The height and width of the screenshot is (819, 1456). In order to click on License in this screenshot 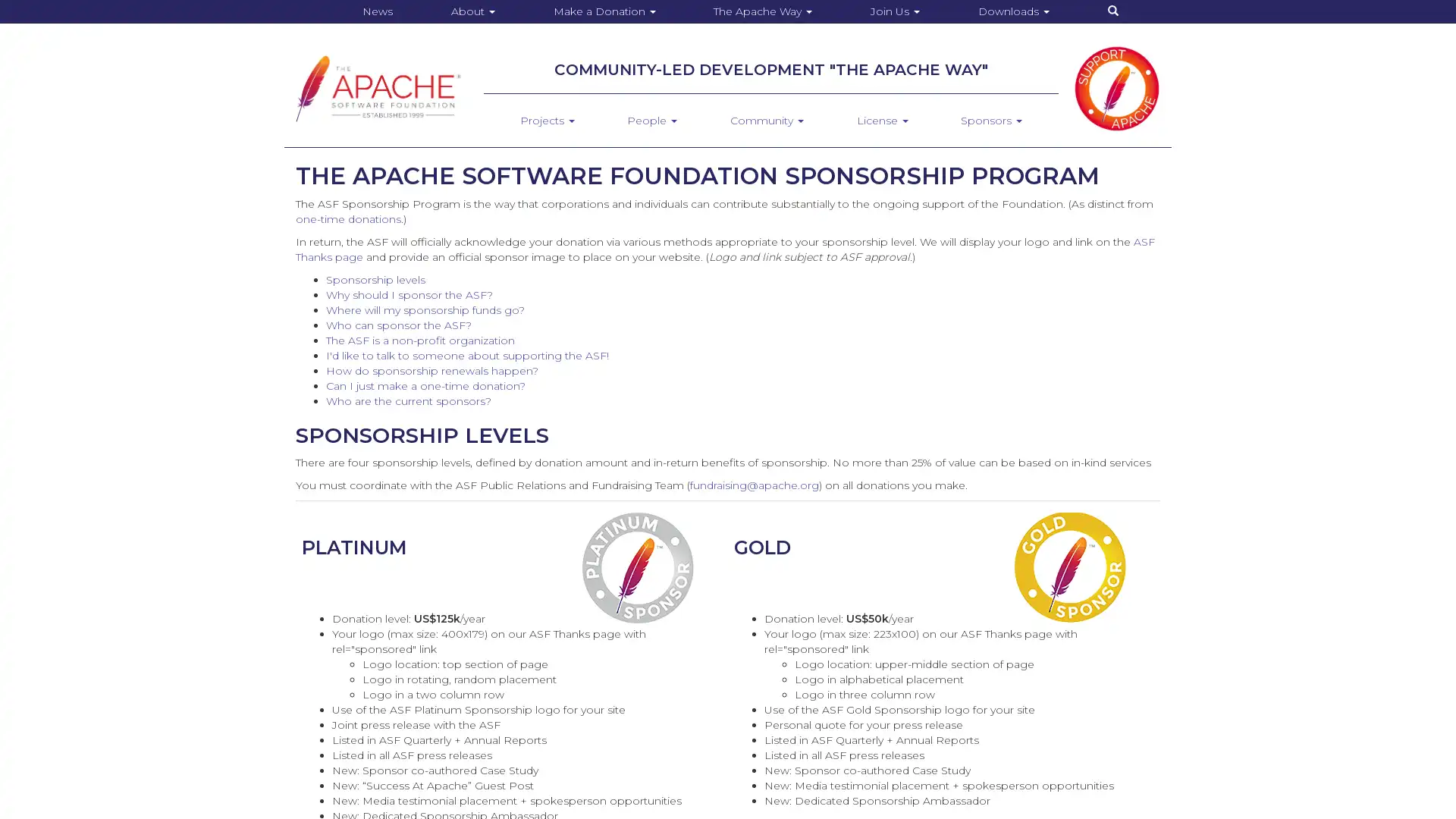, I will do `click(881, 119)`.